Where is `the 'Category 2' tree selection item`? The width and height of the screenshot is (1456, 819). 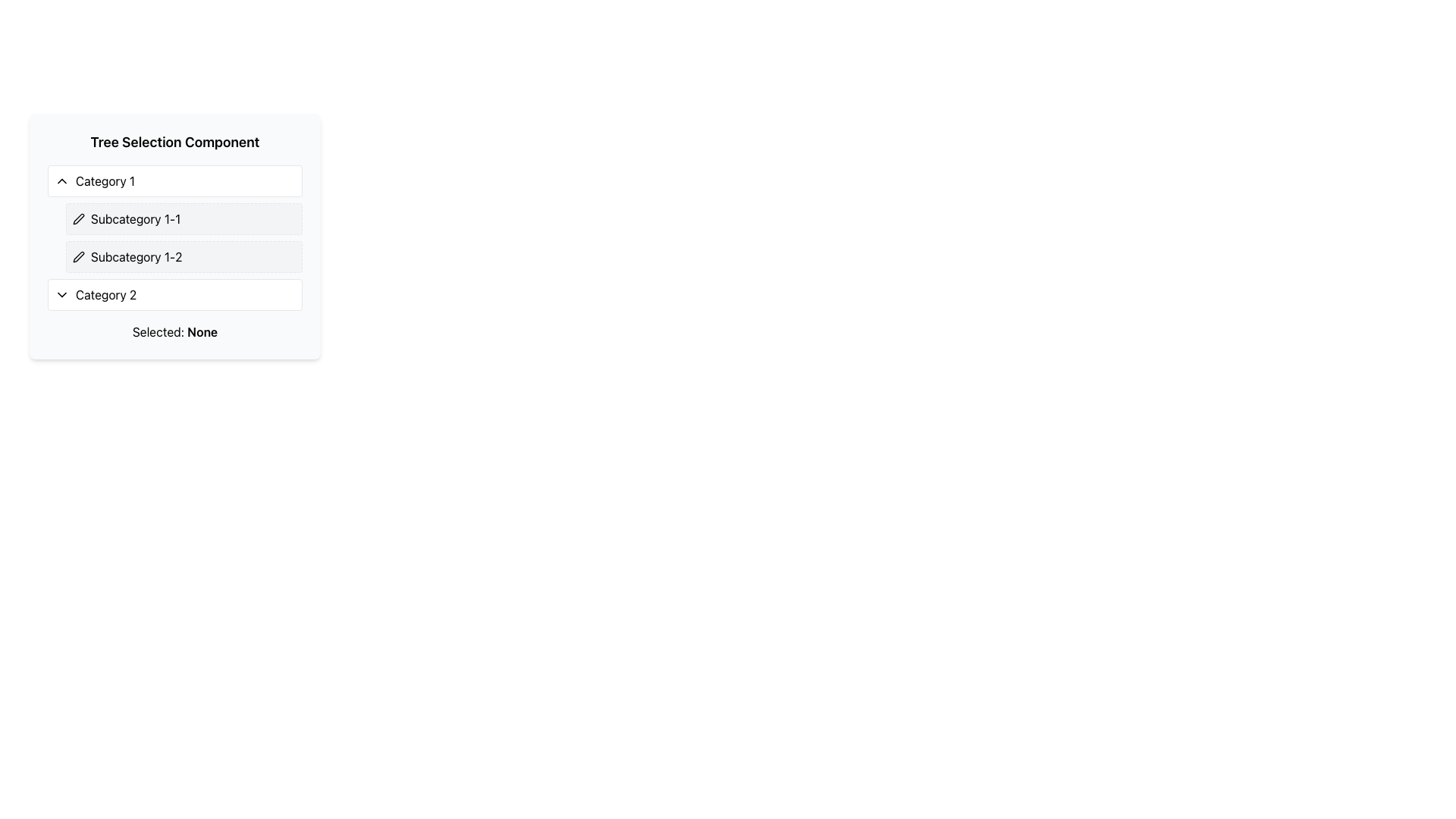
the 'Category 2' tree selection item is located at coordinates (174, 295).